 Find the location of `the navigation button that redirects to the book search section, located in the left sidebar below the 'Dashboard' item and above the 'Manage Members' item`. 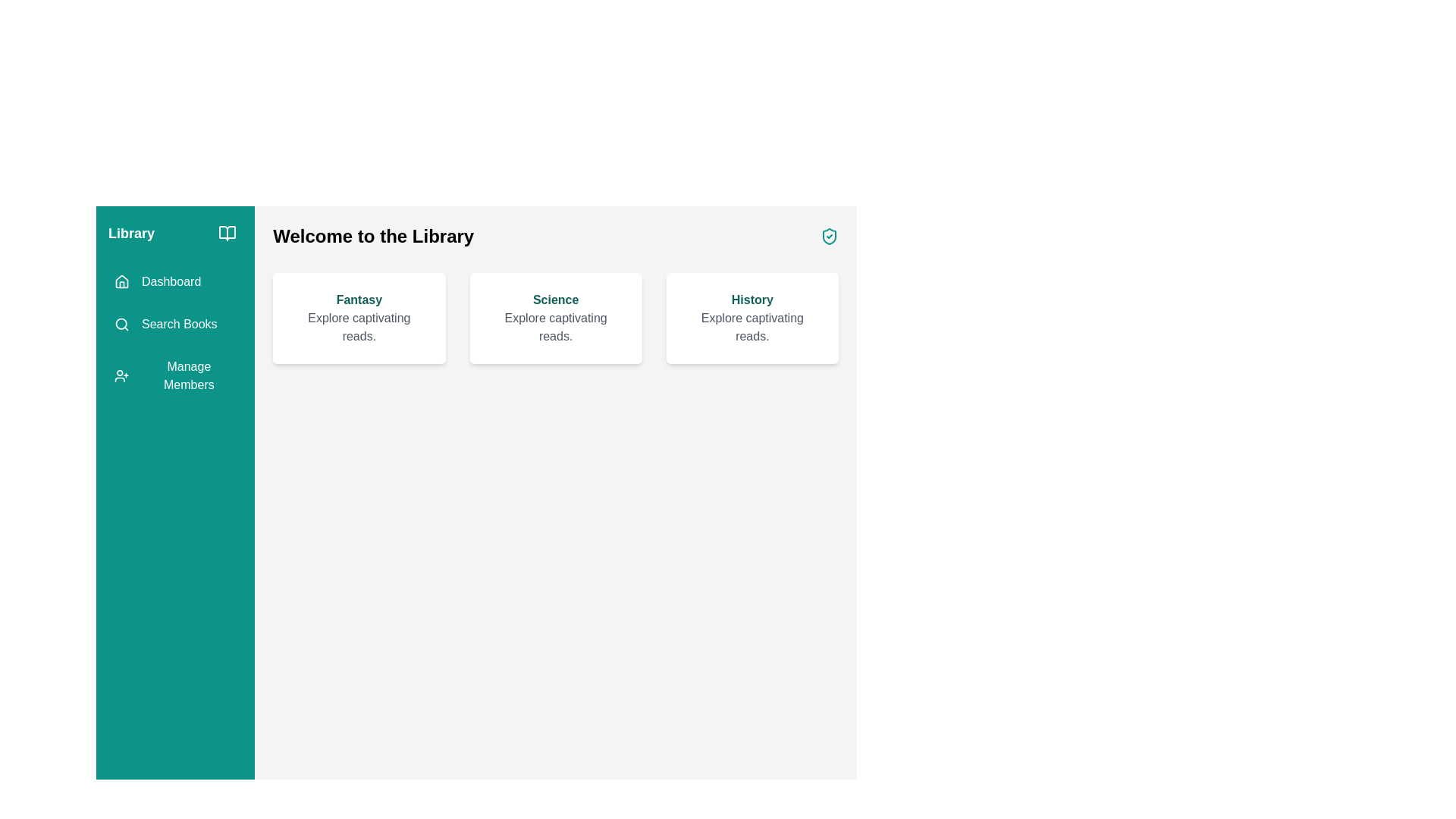

the navigation button that redirects to the book search section, located in the left sidebar below the 'Dashboard' item and above the 'Manage Members' item is located at coordinates (165, 324).